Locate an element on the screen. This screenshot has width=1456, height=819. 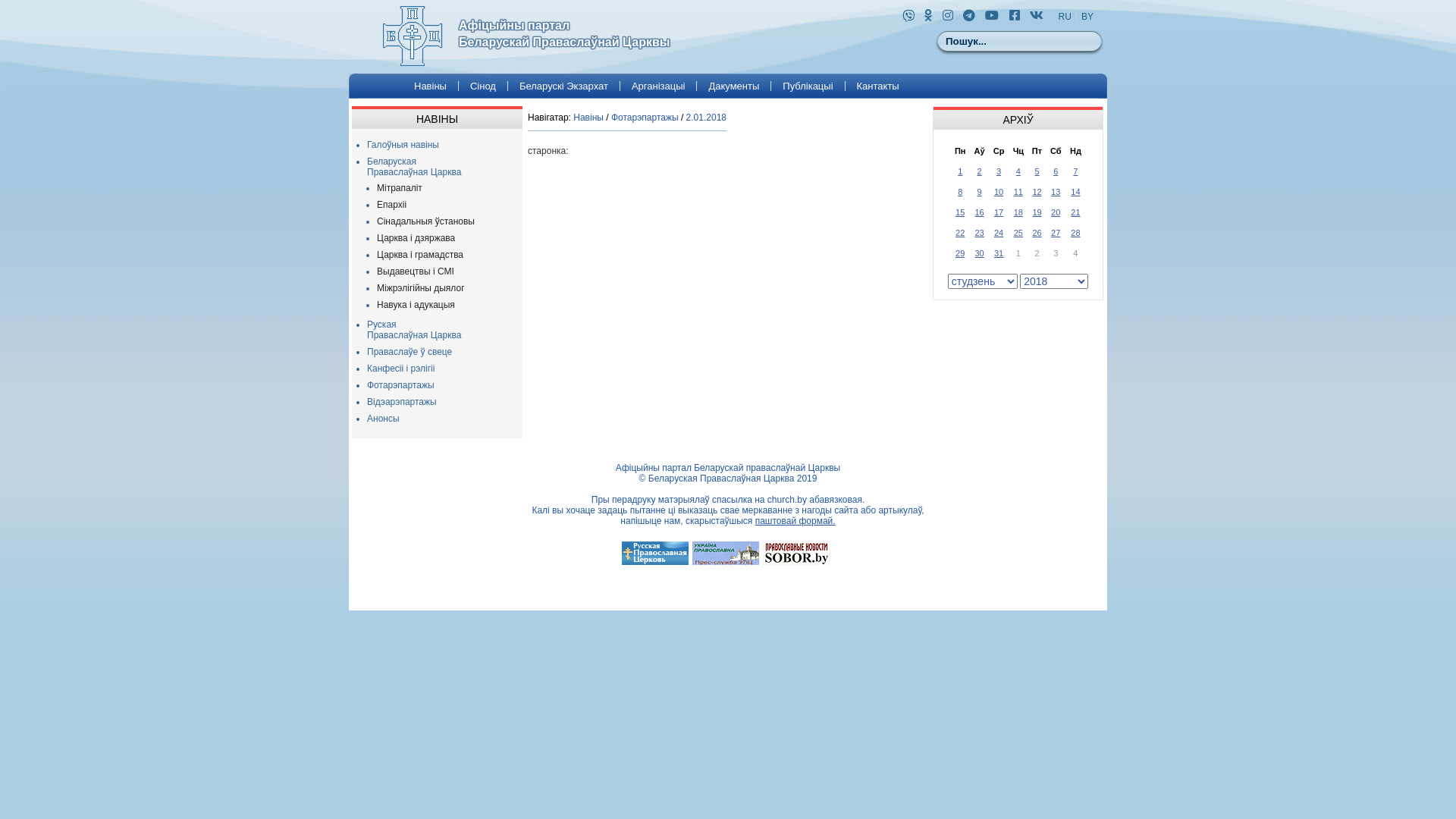
'29' is located at coordinates (959, 253).